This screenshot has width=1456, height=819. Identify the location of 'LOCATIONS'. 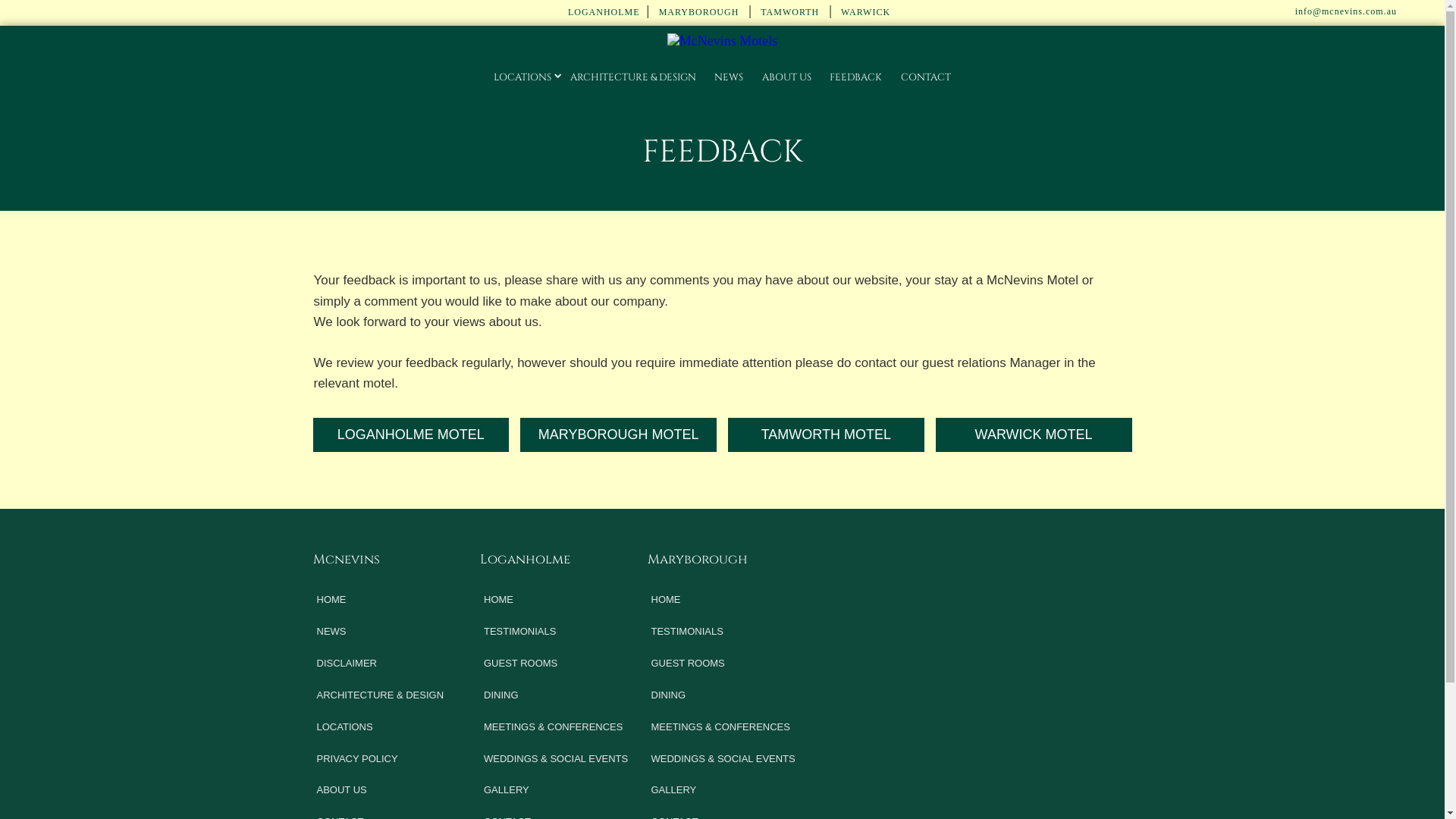
(522, 77).